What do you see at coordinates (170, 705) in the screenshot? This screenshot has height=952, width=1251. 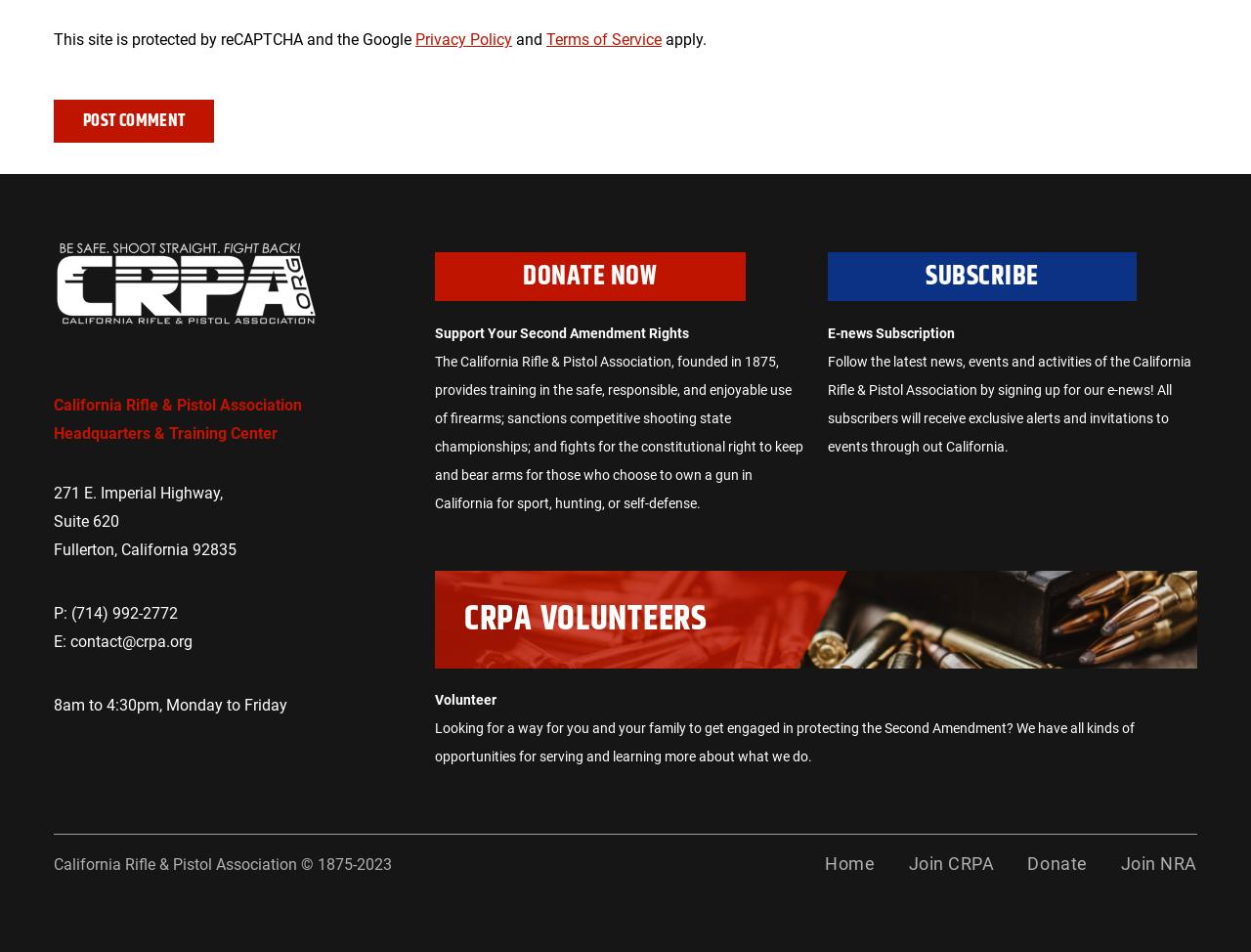 I see `'8am to 4:30pm, Monday to Friday'` at bounding box center [170, 705].